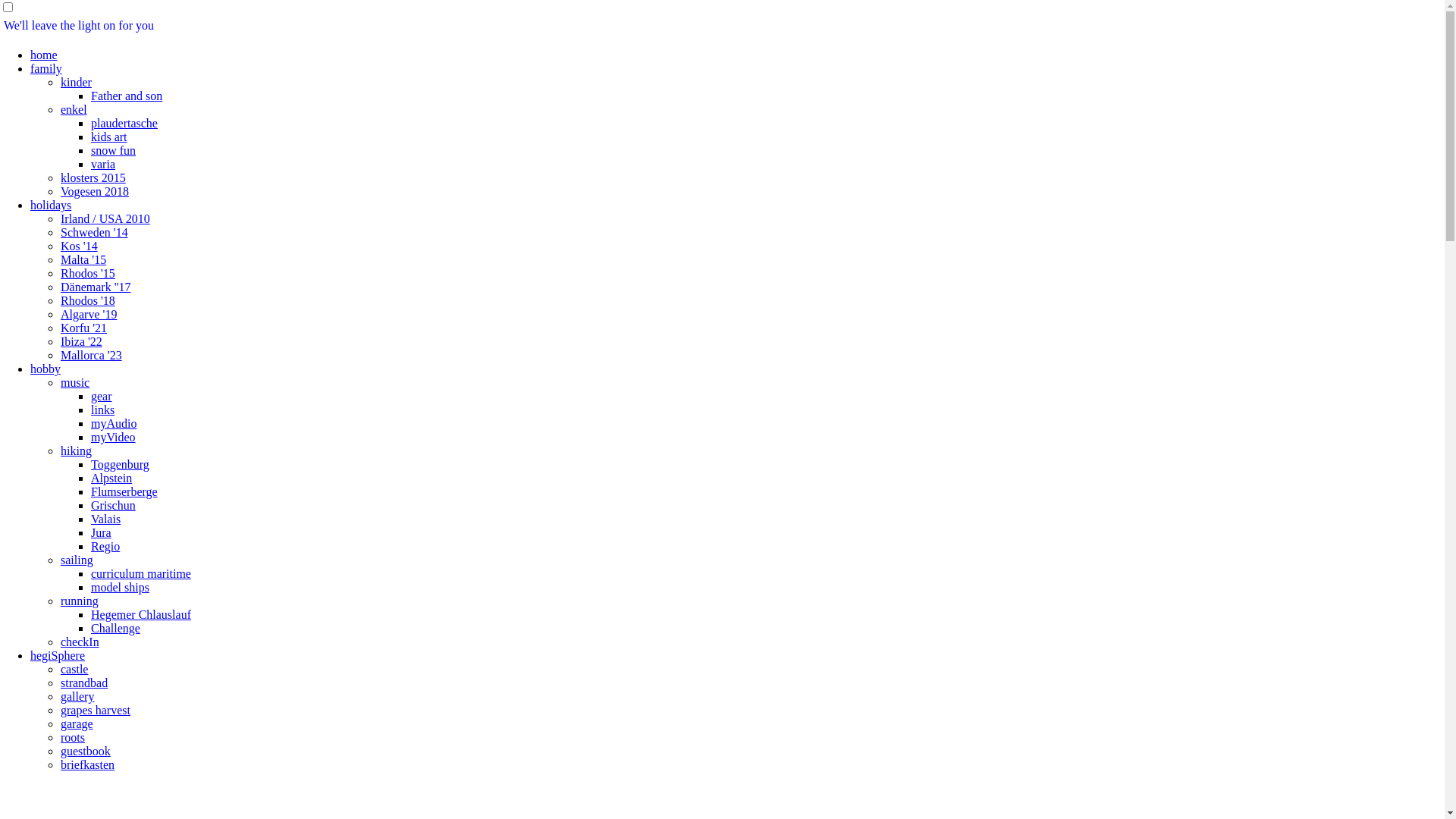 This screenshot has height=819, width=1456. Describe the element at coordinates (102, 164) in the screenshot. I see `'varia'` at that location.